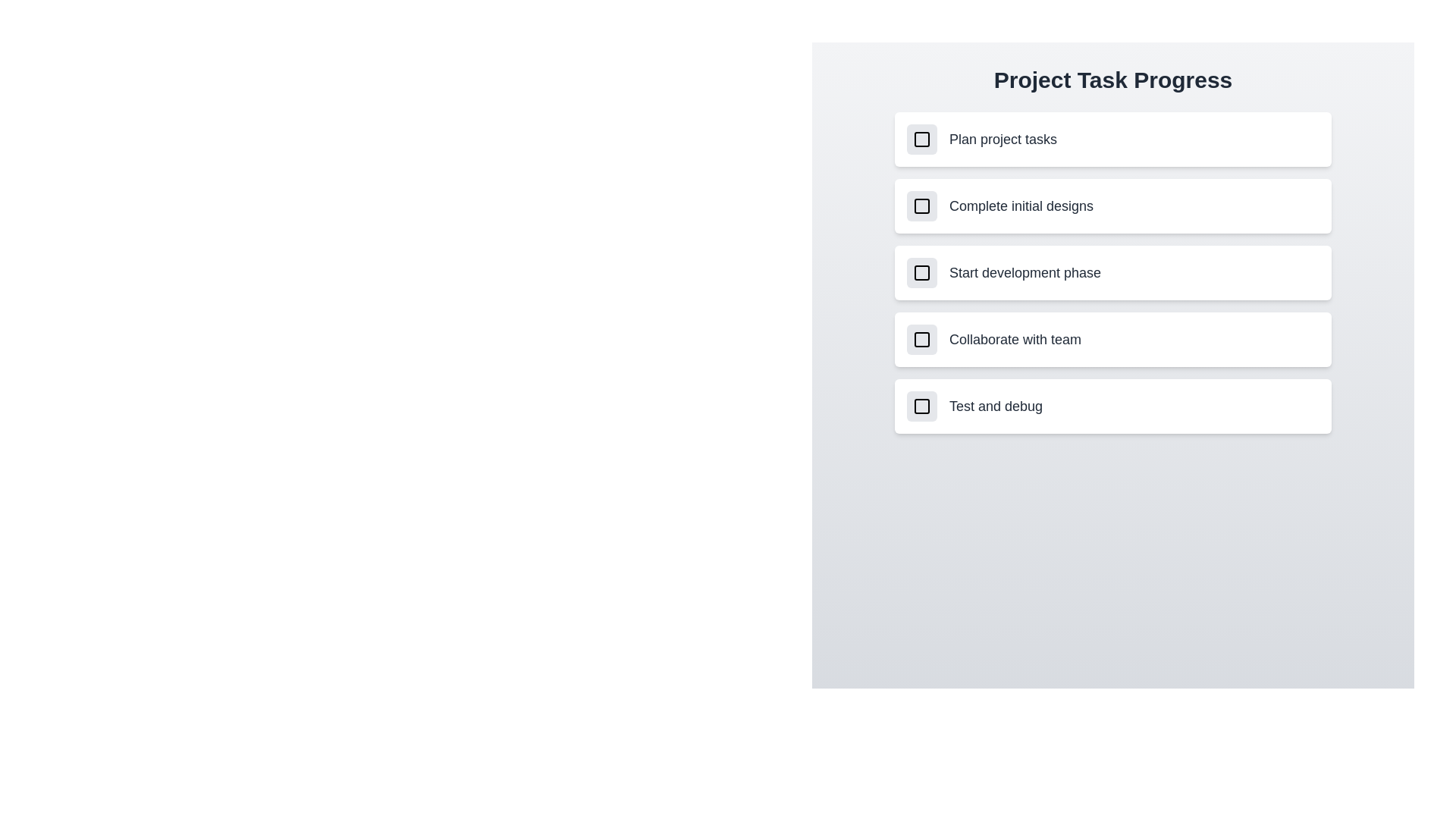 This screenshot has width=1456, height=819. I want to click on the checkbox corresponding to the task 'Start development phase' to toggle its completion status, so click(921, 271).